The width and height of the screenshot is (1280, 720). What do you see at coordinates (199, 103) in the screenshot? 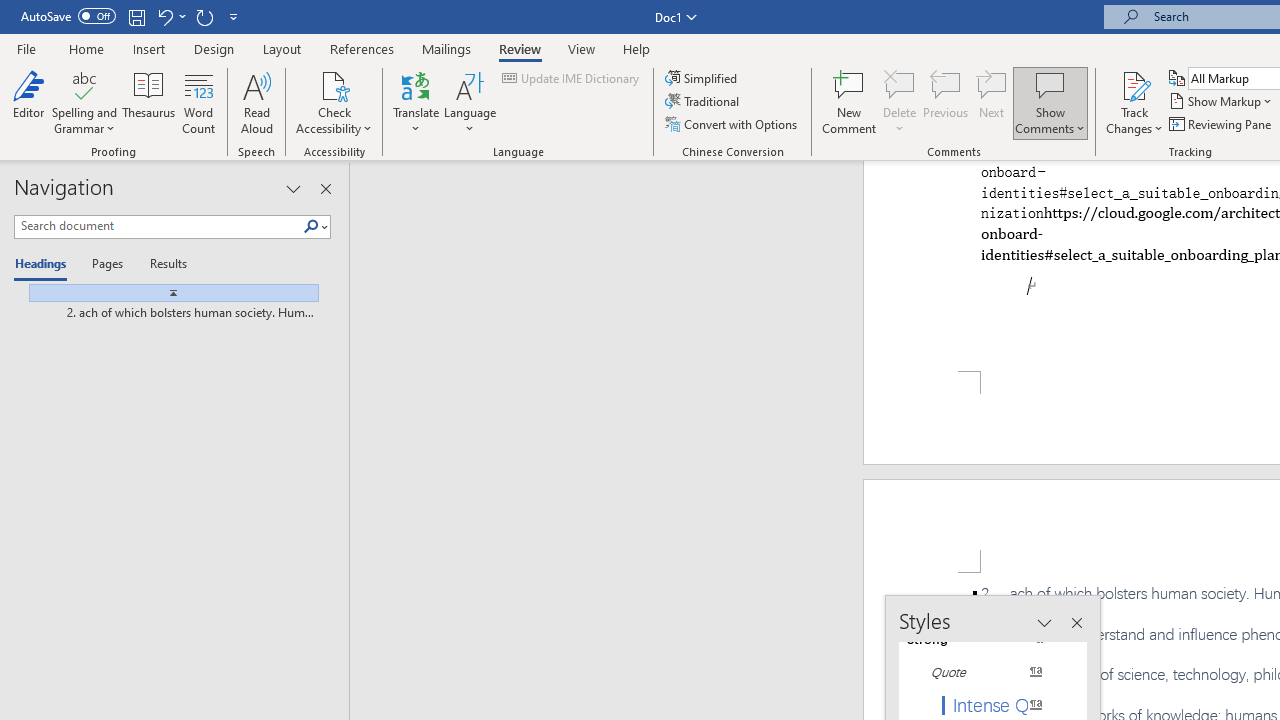
I see `'Word Count'` at bounding box center [199, 103].